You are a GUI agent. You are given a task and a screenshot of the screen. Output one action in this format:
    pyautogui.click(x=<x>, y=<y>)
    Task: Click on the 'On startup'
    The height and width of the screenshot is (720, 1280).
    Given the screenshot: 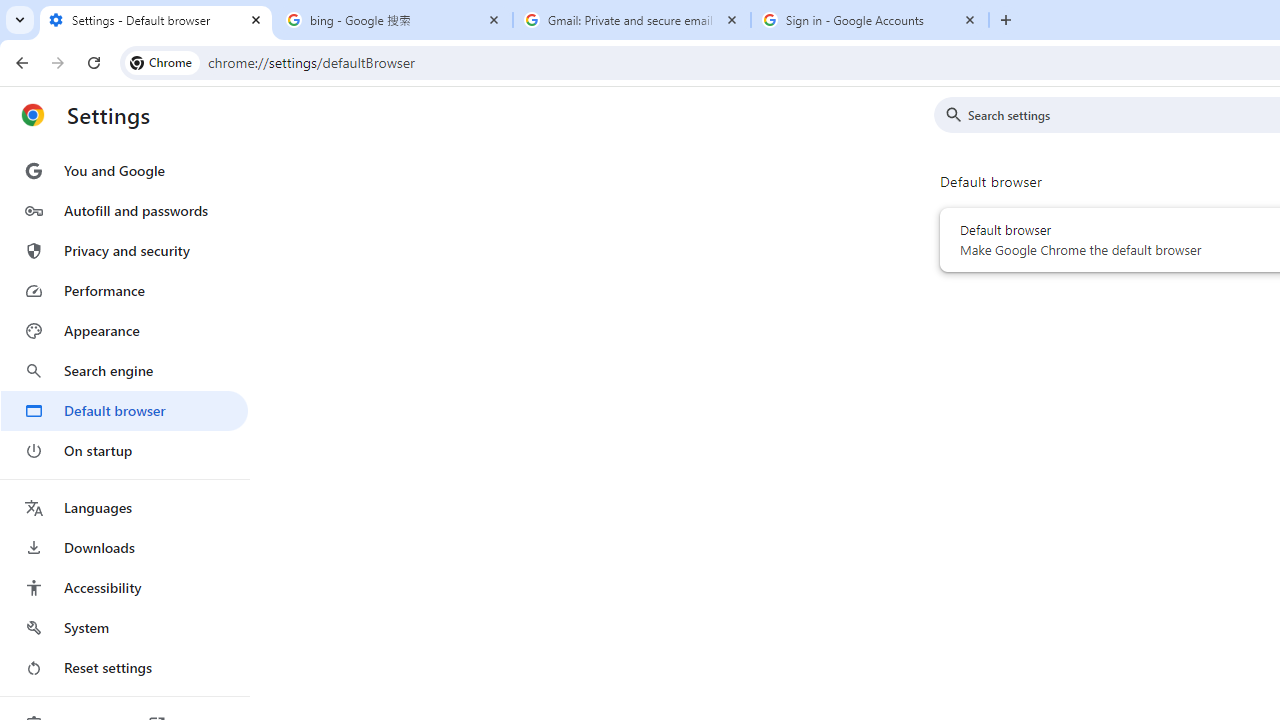 What is the action you would take?
    pyautogui.click(x=123, y=451)
    